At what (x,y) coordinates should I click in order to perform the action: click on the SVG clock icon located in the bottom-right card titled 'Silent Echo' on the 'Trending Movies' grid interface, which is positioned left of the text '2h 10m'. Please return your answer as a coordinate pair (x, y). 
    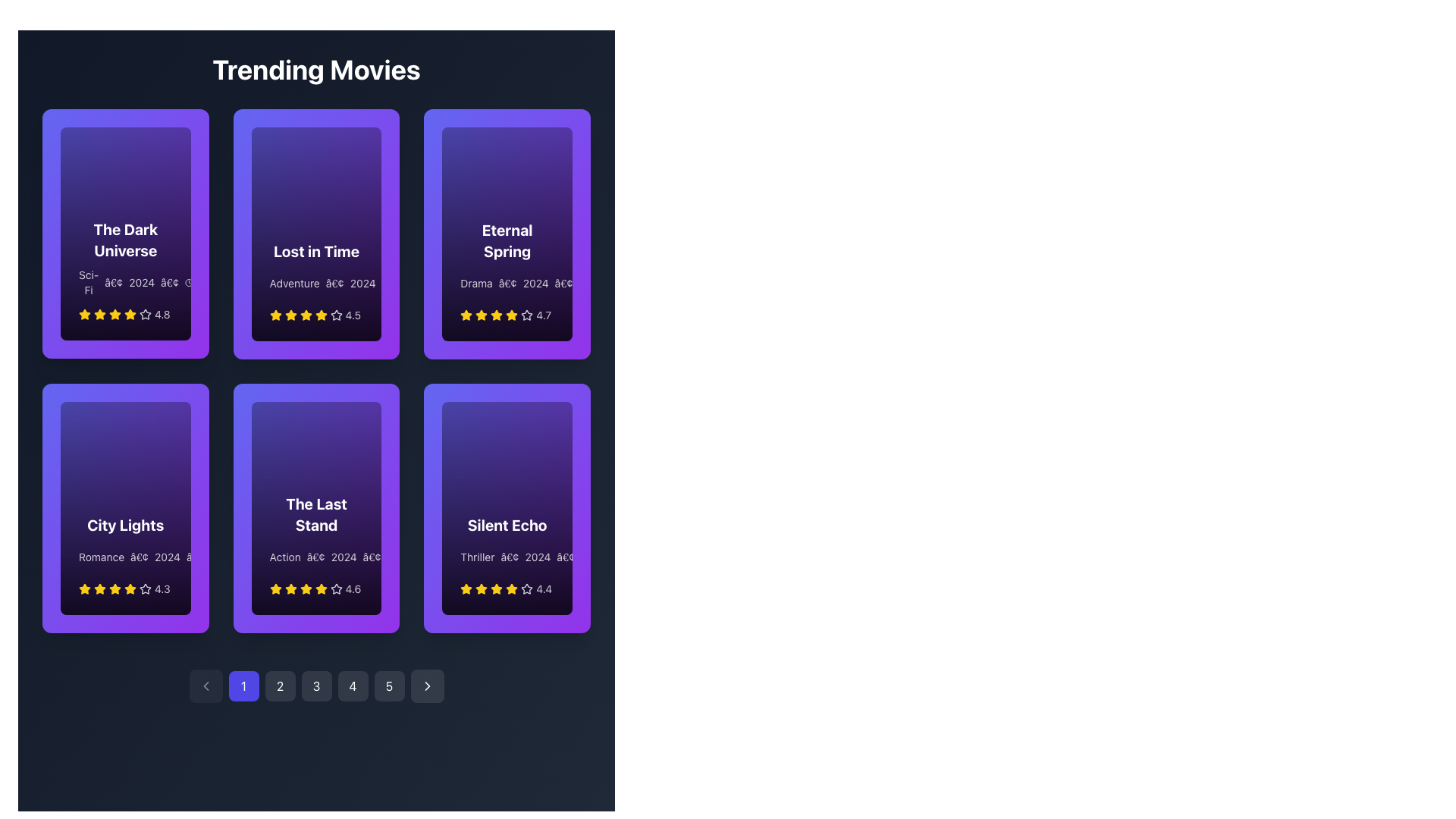
    Looking at the image, I should click on (584, 557).